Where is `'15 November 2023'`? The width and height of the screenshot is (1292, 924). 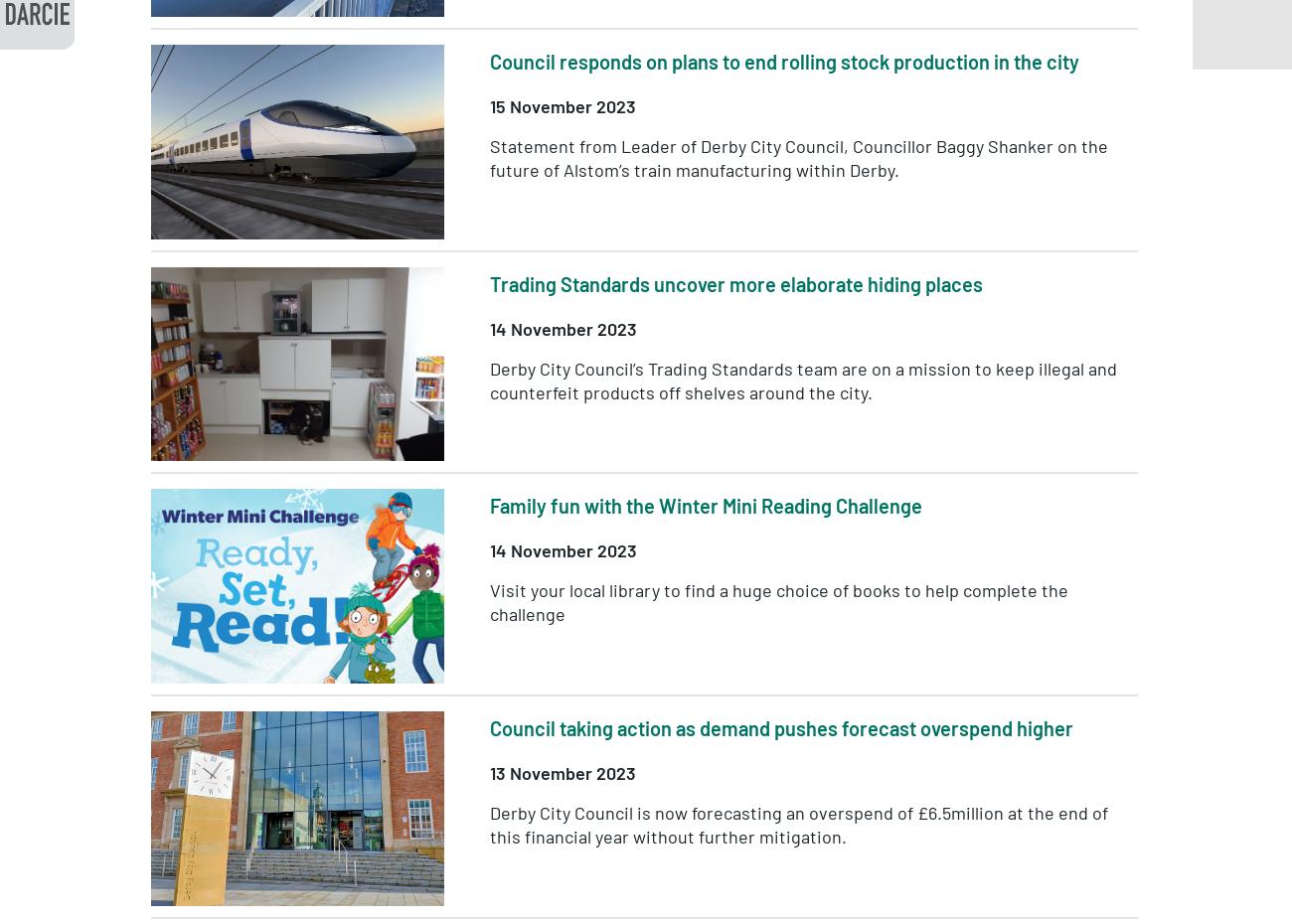 '15 November 2023' is located at coordinates (562, 105).